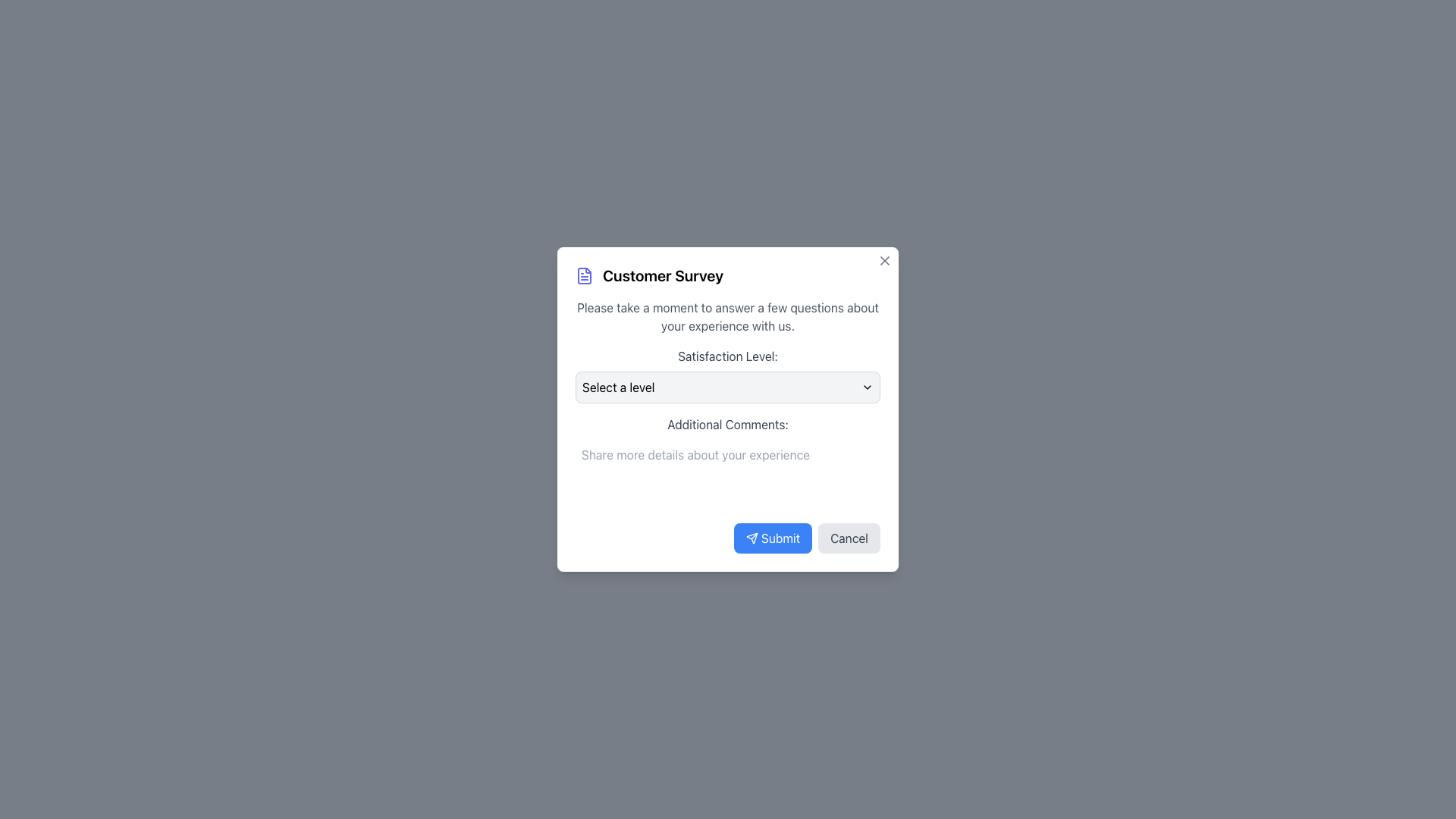 The width and height of the screenshot is (1456, 819). Describe the element at coordinates (773, 537) in the screenshot. I see `the submit button located in the lower right section of the modal dialog` at that location.